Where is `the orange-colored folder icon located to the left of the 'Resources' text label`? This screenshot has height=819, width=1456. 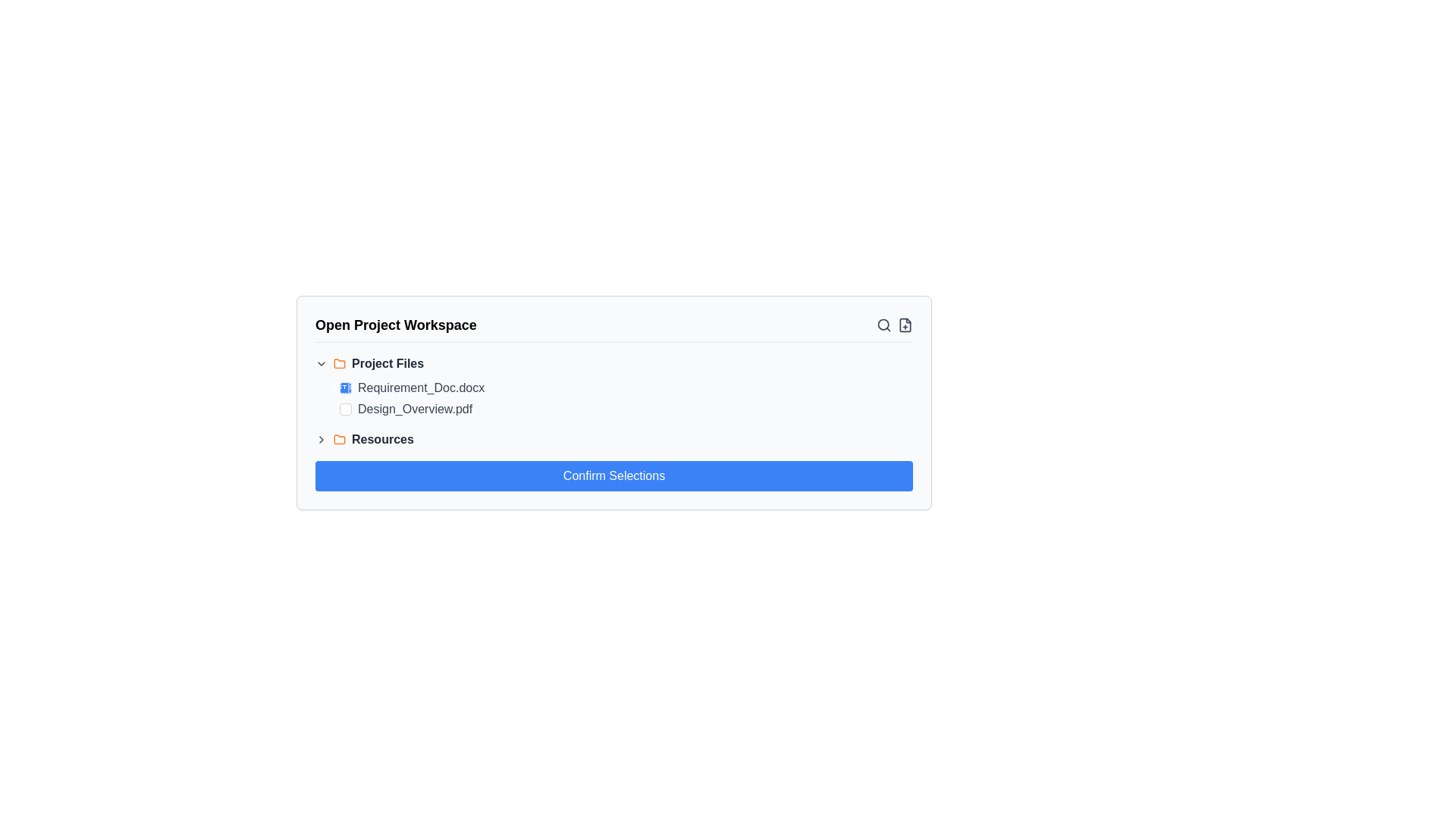
the orange-colored folder icon located to the left of the 'Resources' text label is located at coordinates (338, 439).